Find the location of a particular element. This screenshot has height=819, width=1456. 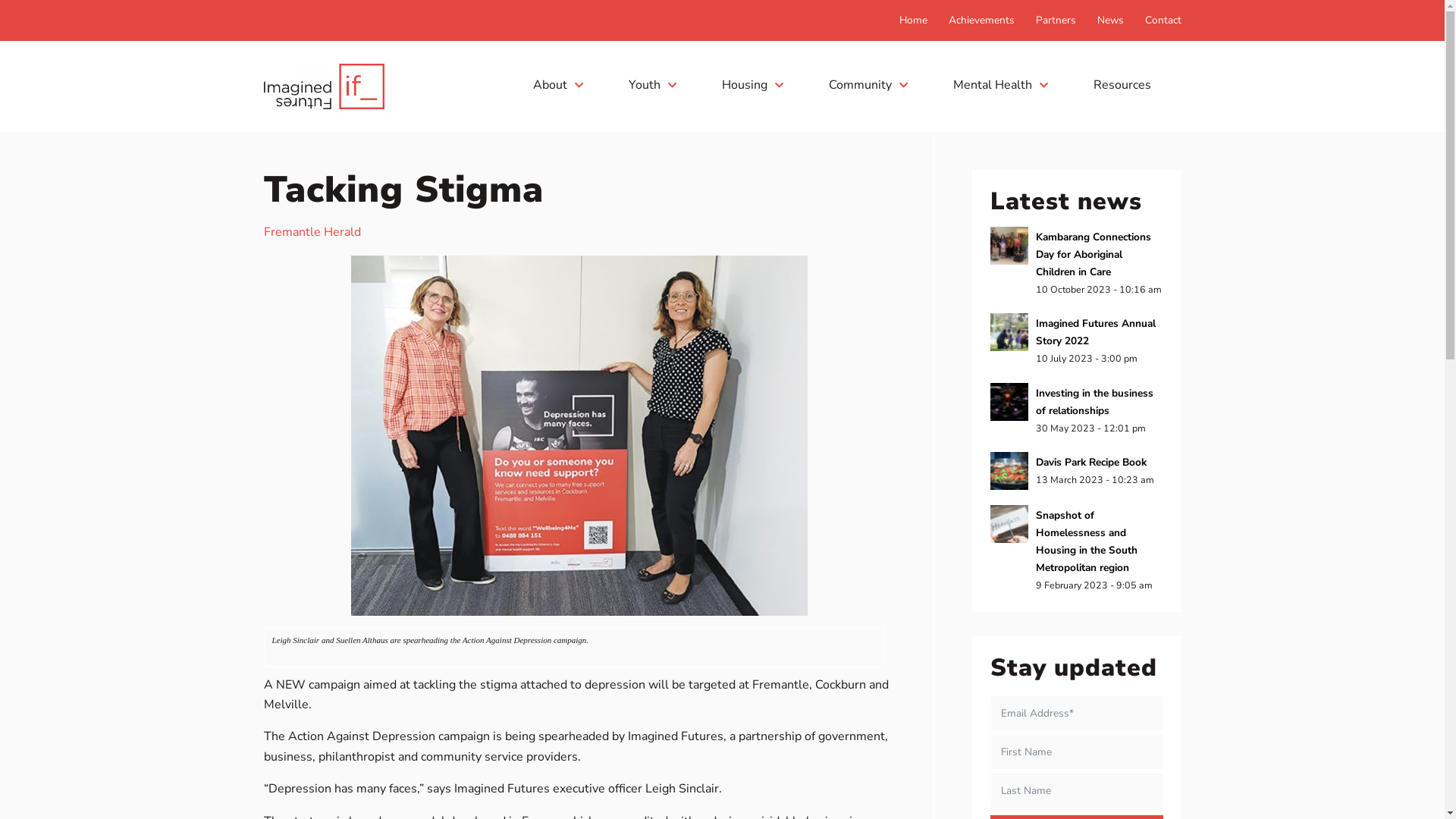

'Youth' is located at coordinates (651, 84).